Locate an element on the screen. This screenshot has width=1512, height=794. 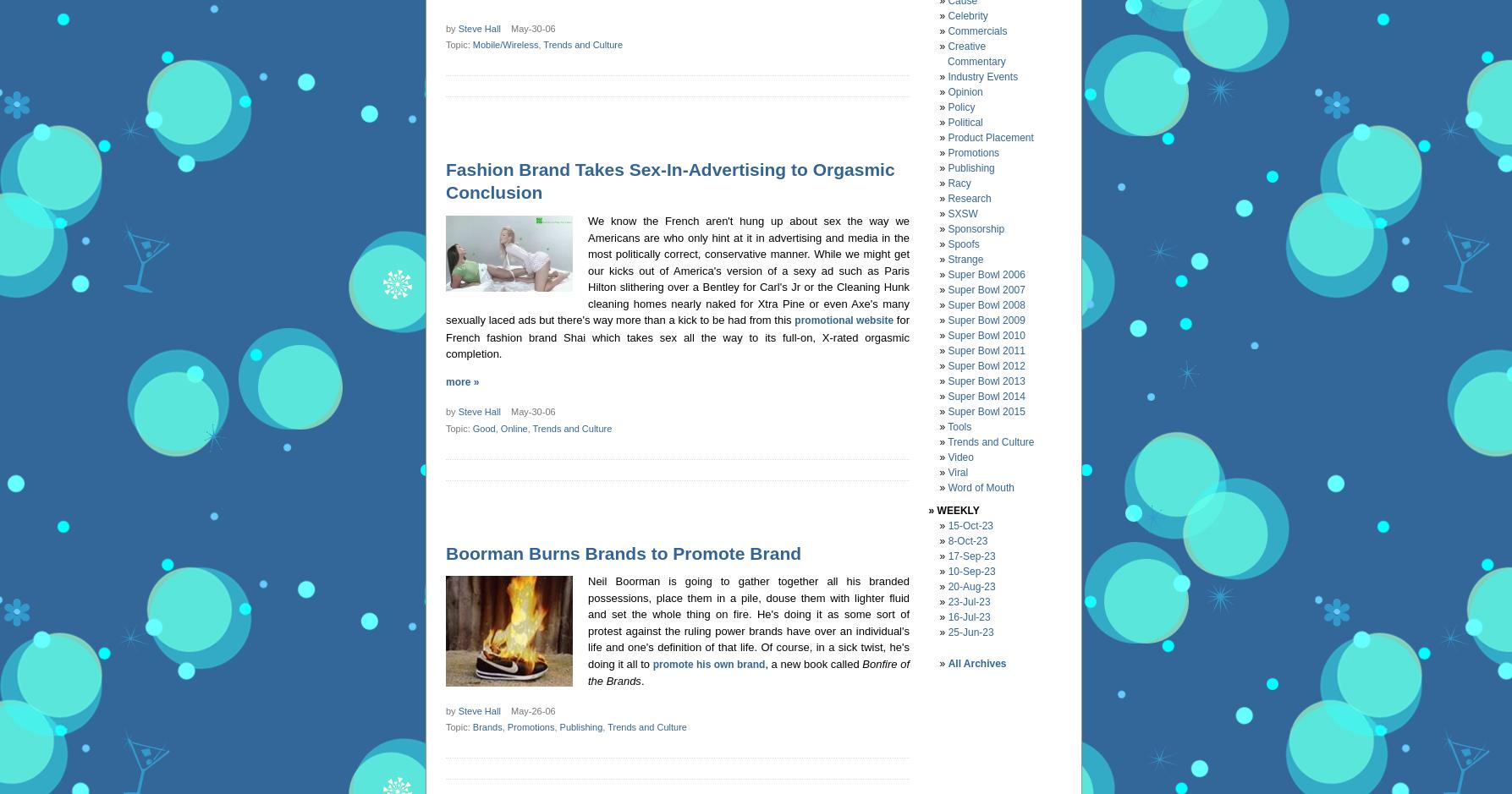
'Good' is located at coordinates (482, 428).